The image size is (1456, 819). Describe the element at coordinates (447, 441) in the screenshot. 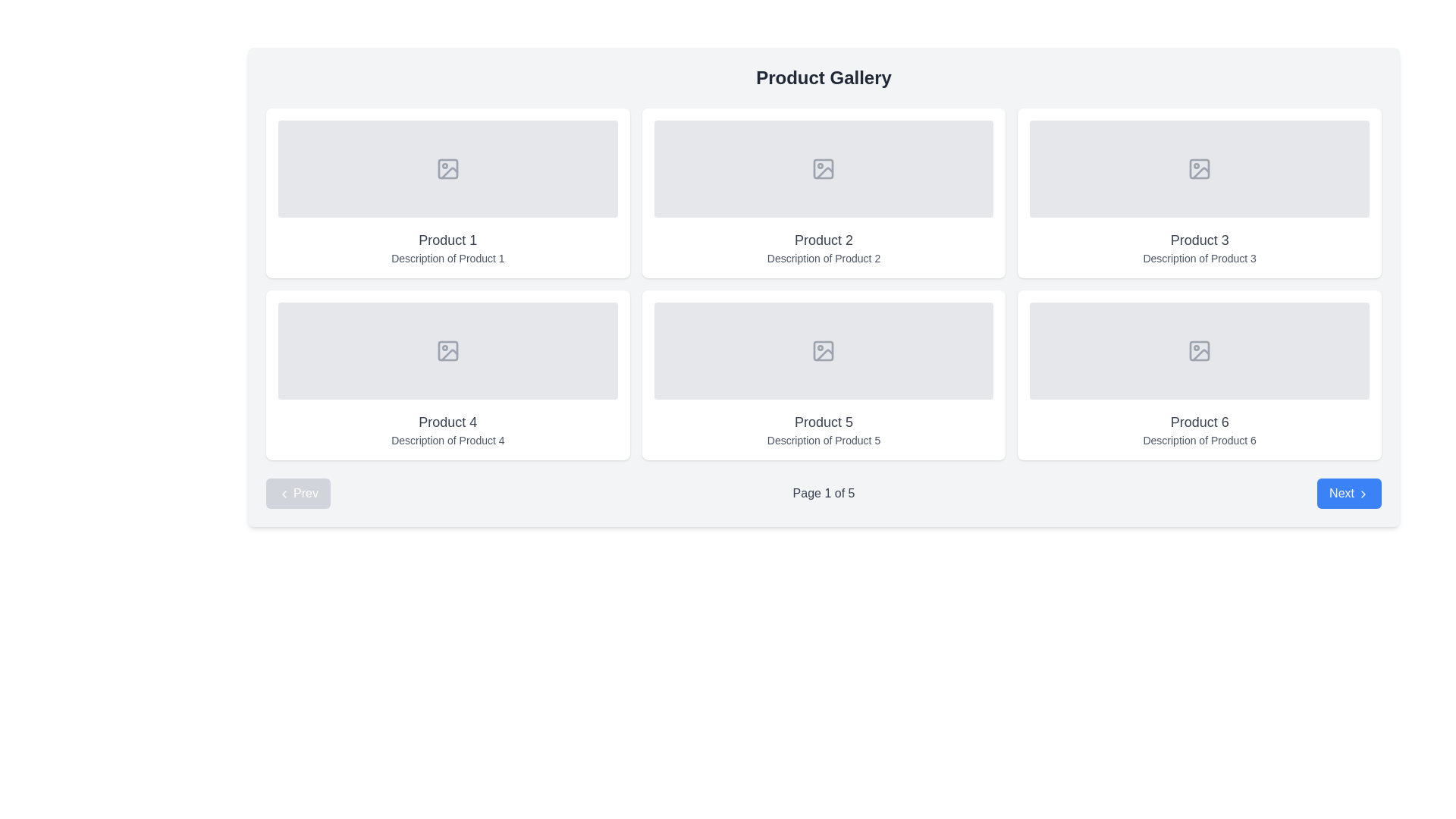

I see `the text label providing details about 'Product 4' located below the heading in the fourth card of the grid layout` at that location.